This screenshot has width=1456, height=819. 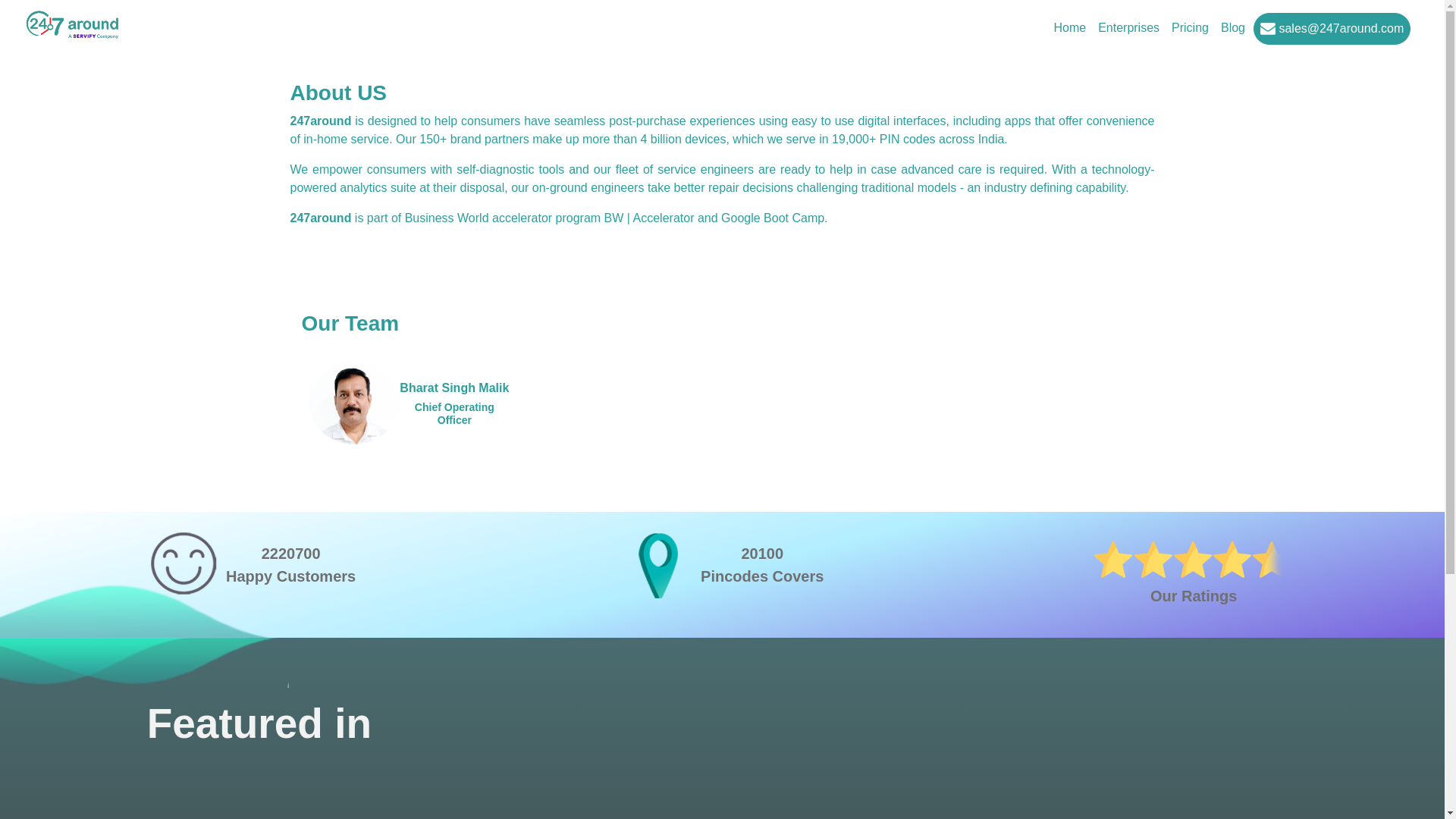 I want to click on 'Enterprises', so click(x=1128, y=28).